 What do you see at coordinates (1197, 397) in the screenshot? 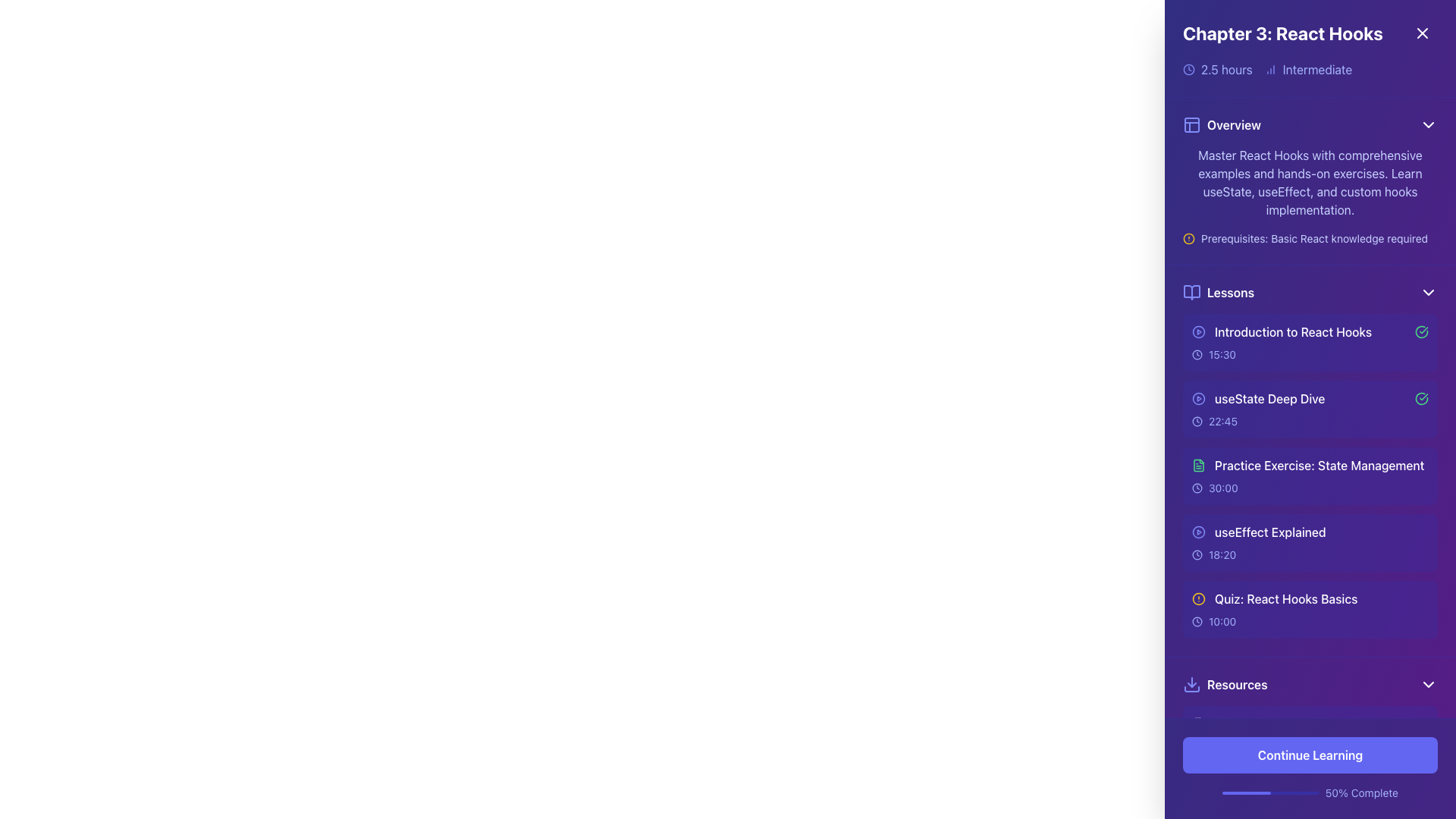
I see `the play button for the 'useState Deep Dive' video` at bounding box center [1197, 397].